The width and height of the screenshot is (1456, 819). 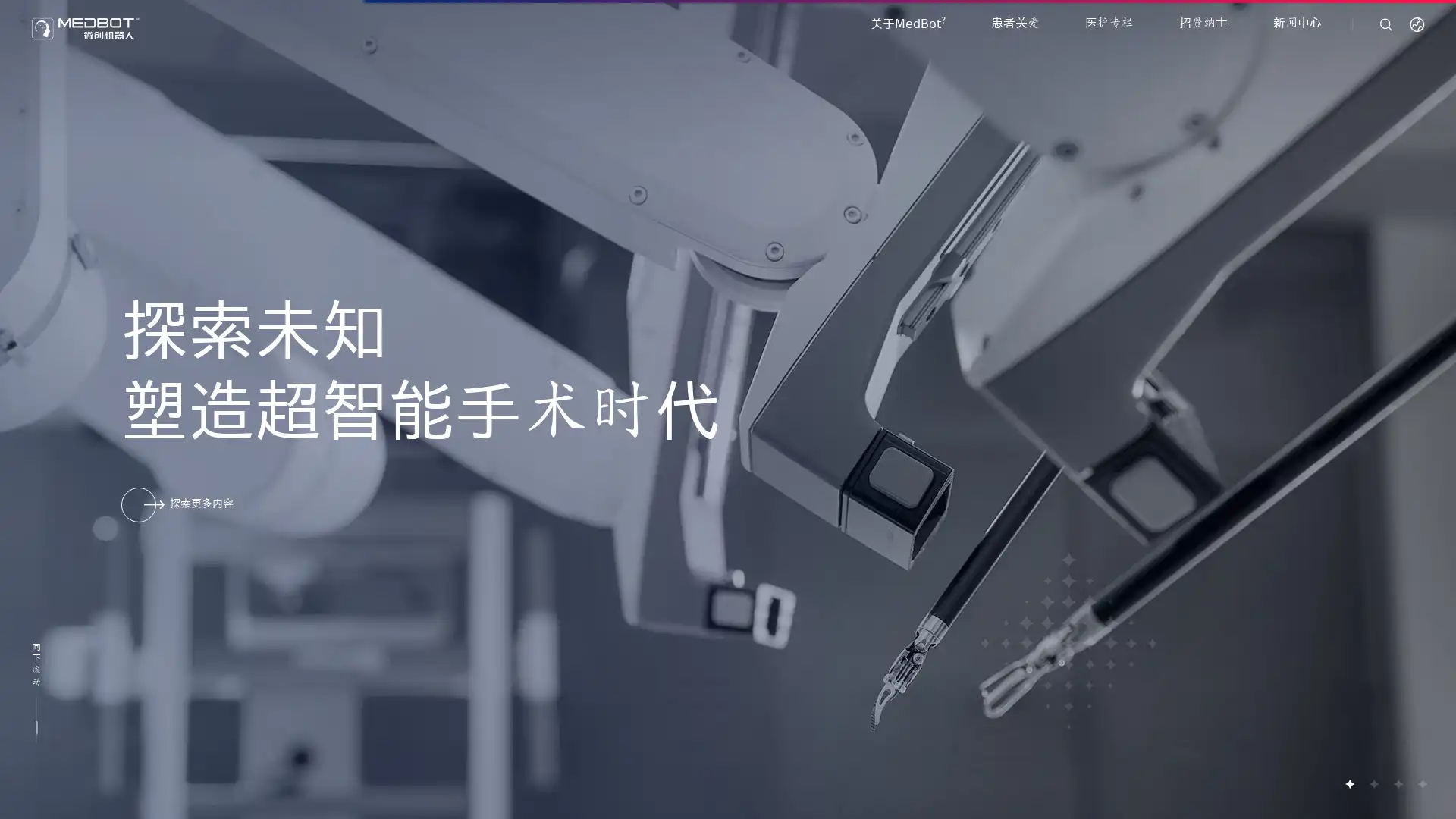 I want to click on Go to slide 3, so click(x=1397, y=783).